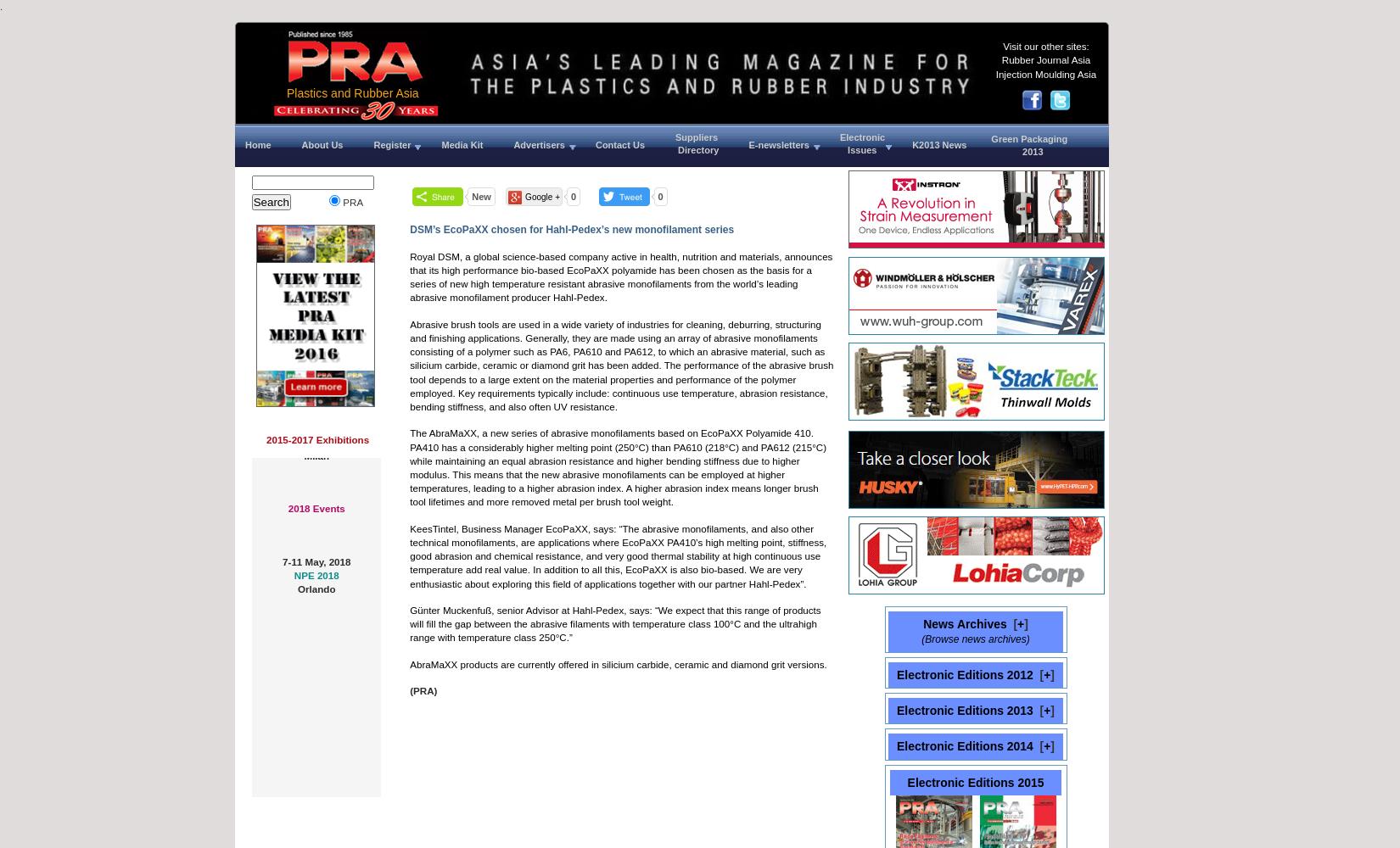 The image size is (1400, 848). What do you see at coordinates (991, 152) in the screenshot?
I see `'2013'` at bounding box center [991, 152].